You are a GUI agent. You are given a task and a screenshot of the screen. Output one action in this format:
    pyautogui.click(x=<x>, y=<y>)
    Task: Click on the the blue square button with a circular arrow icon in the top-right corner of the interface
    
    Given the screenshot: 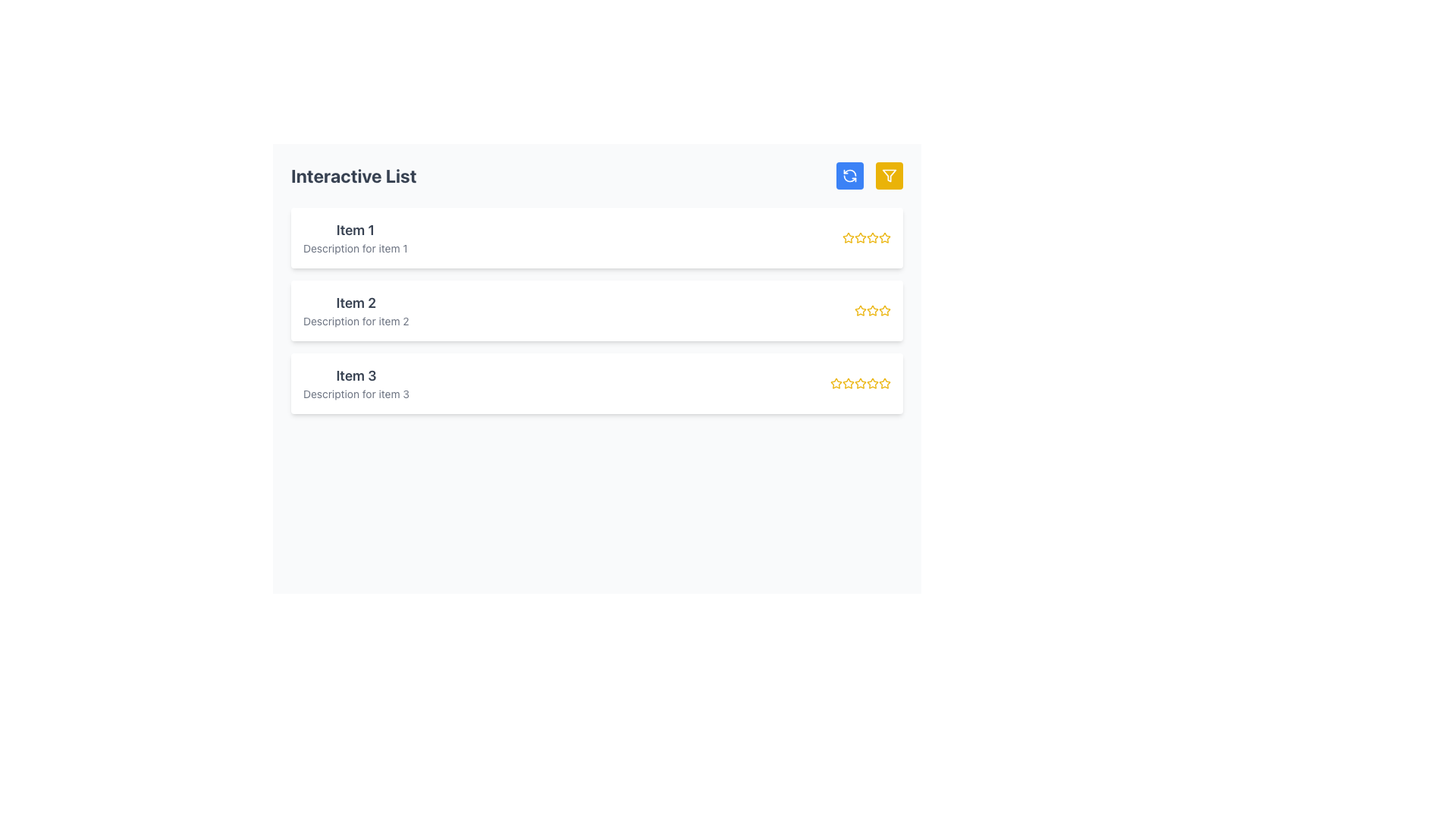 What is the action you would take?
    pyautogui.click(x=850, y=174)
    